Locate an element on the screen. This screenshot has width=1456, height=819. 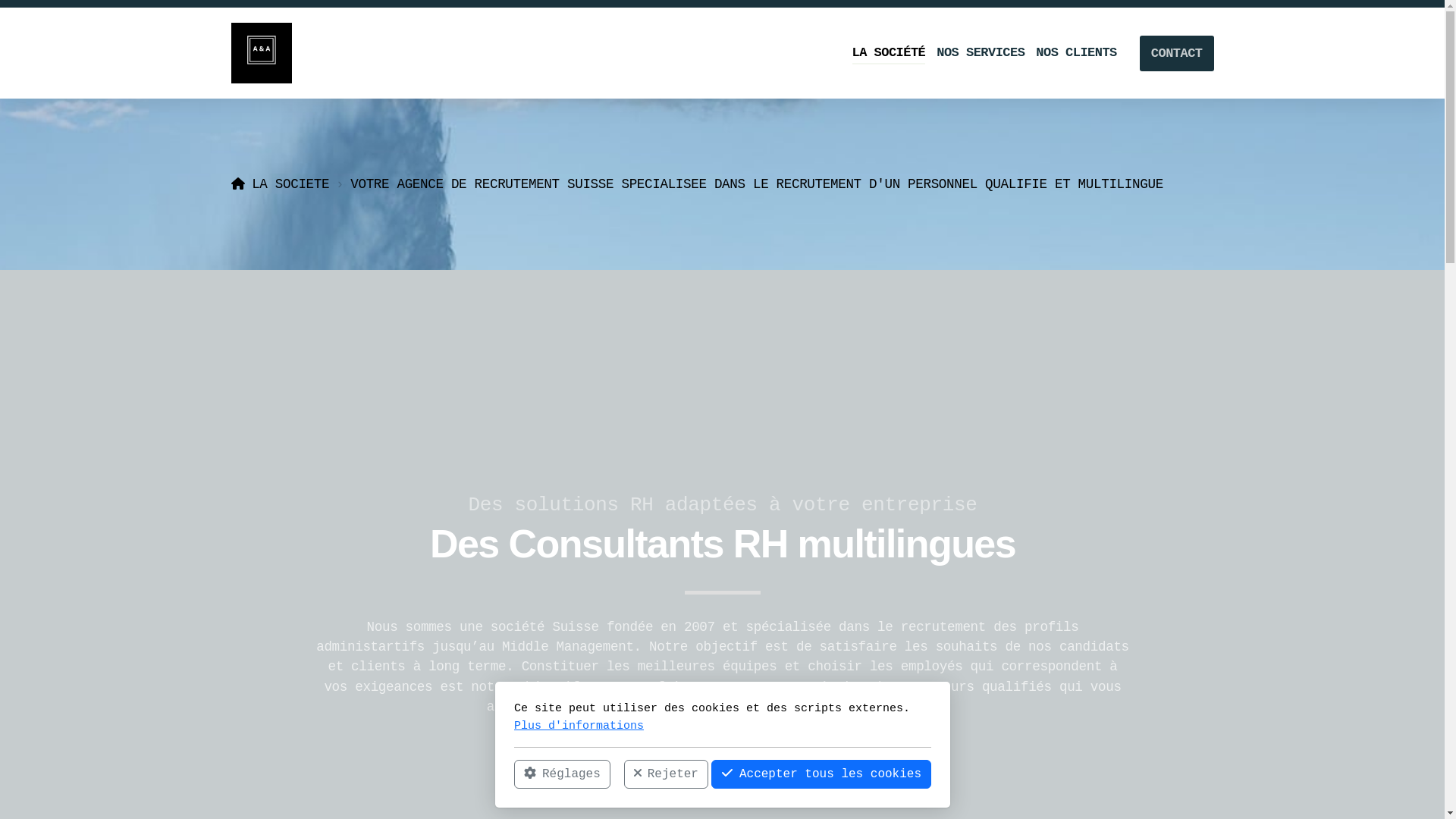
'Rejeter' is located at coordinates (665, 774).